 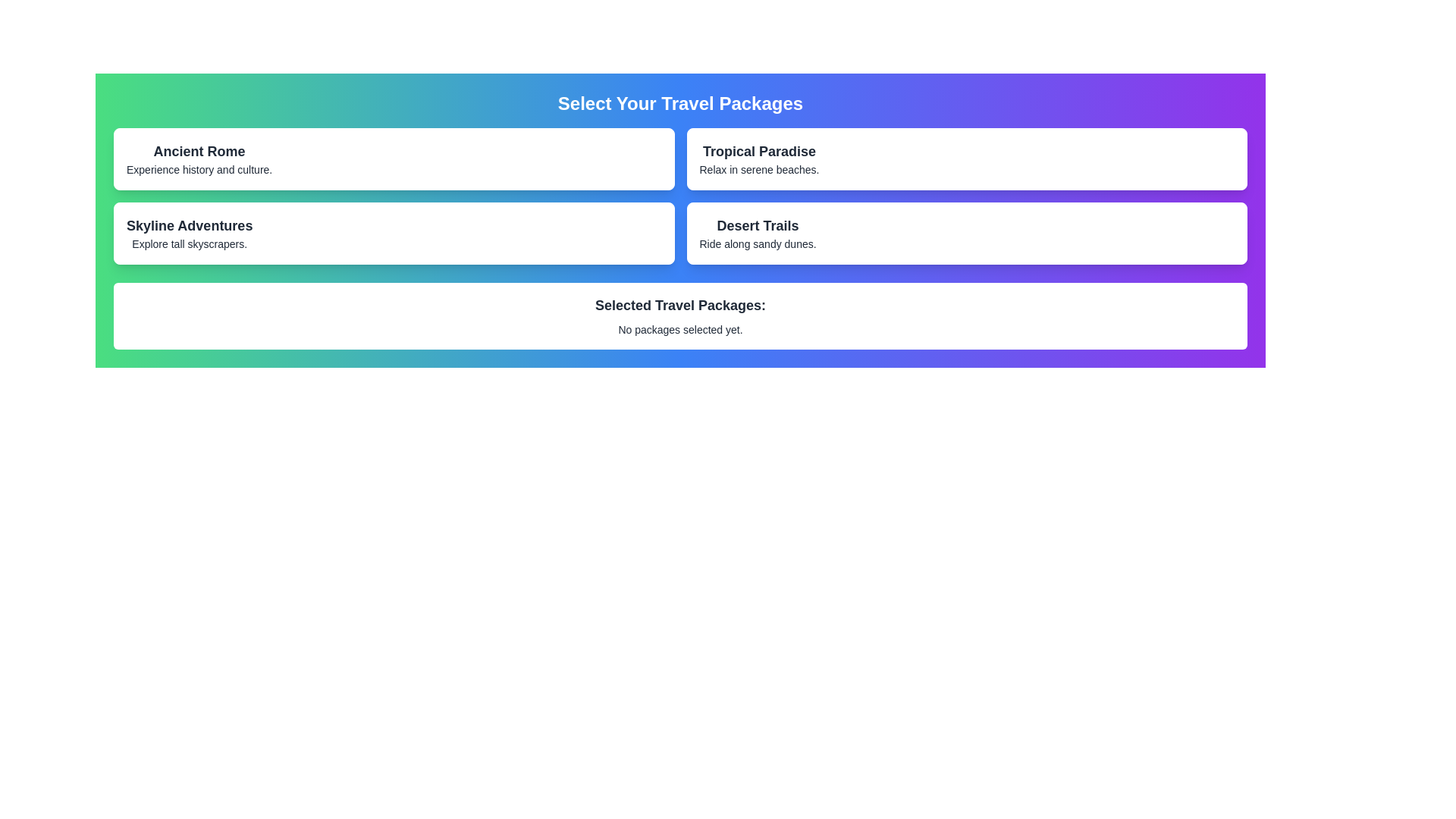 What do you see at coordinates (758, 234) in the screenshot?
I see `the textual element titled 'Desert Trails' with the subtitle 'Ride along sandy dunes.', located in the second column, second row of a grid layout, positioned between 'Tropical Paradise' and 'Selected Travel Packages'` at bounding box center [758, 234].